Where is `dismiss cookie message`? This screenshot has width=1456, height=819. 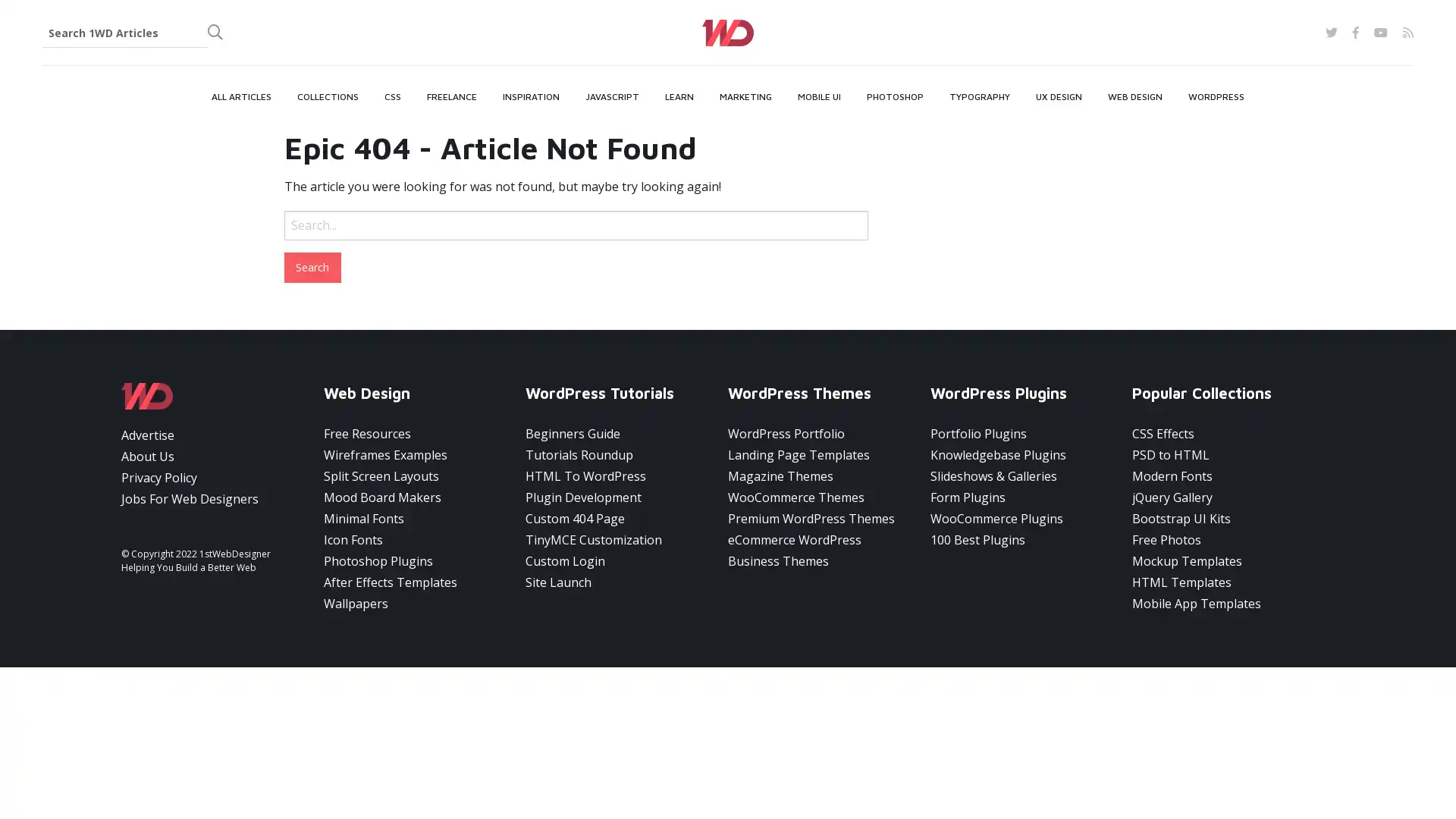 dismiss cookie message is located at coordinates (351, 757).